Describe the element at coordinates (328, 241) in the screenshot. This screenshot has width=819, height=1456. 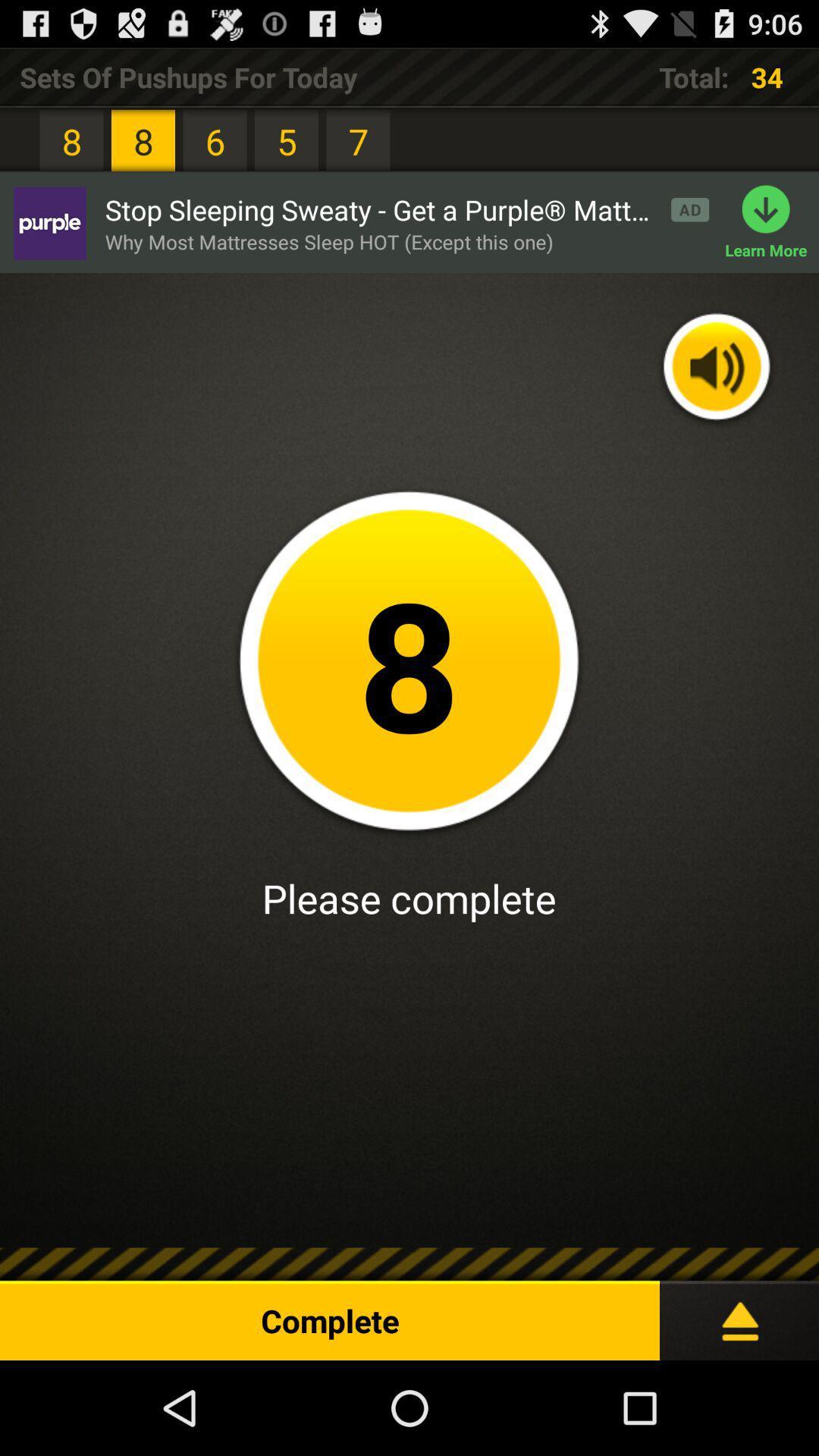
I see `app next to the learn more` at that location.